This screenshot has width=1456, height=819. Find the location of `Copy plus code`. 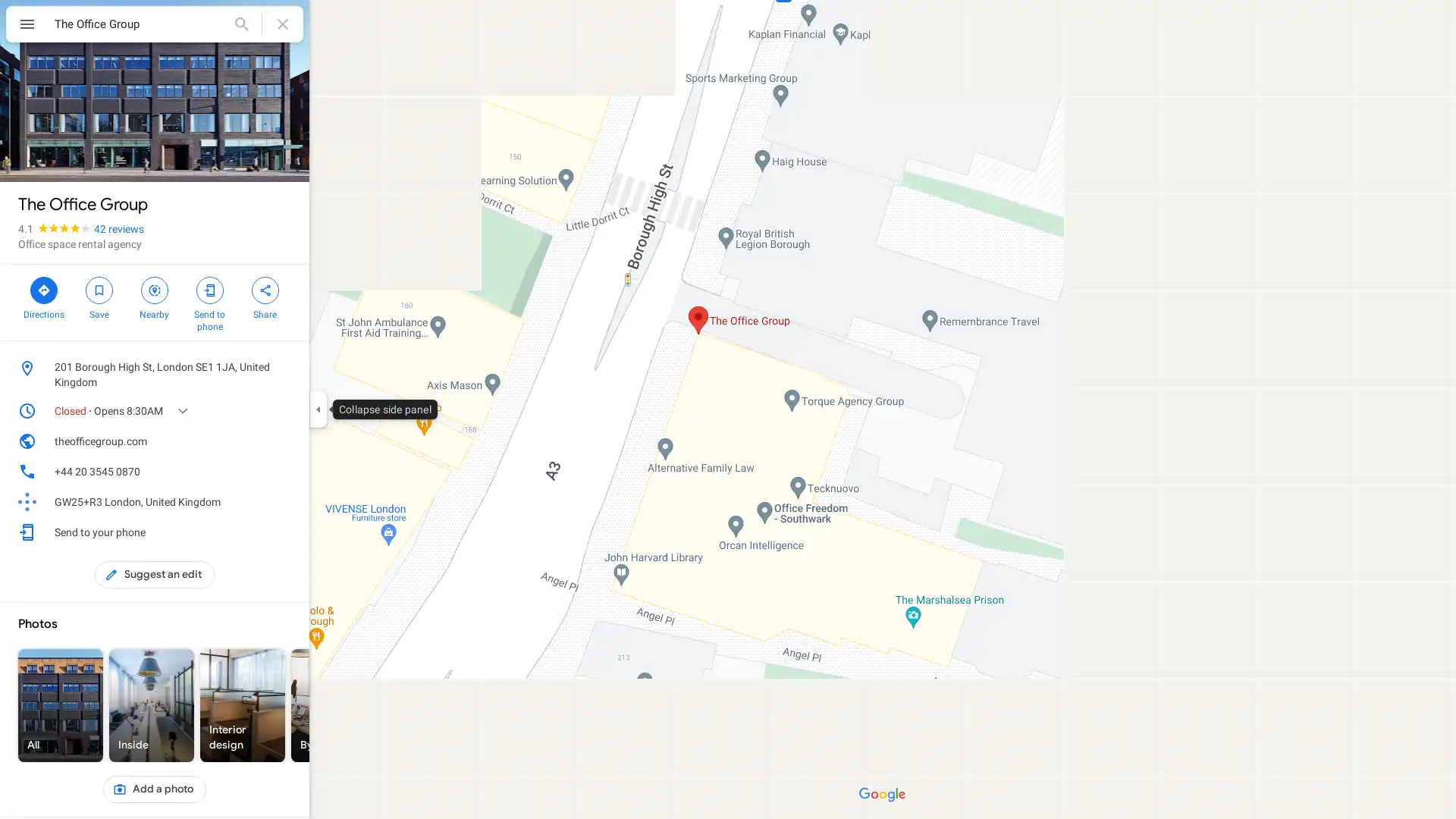

Copy plus code is located at coordinates (261, 502).